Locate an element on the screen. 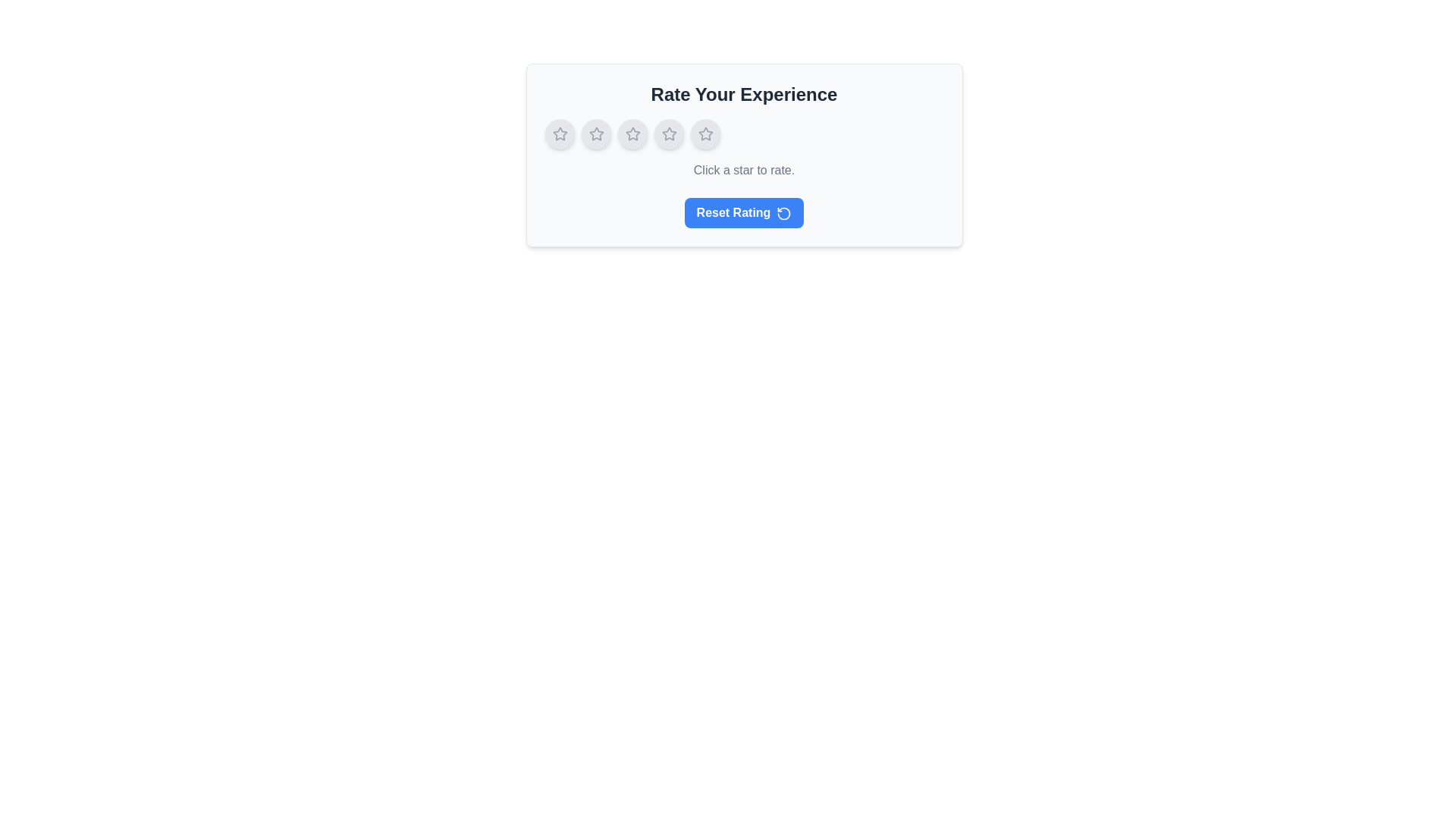 Image resolution: width=1456 pixels, height=819 pixels. the third circular rating button under the title 'Rate Your Experience' is located at coordinates (632, 133).